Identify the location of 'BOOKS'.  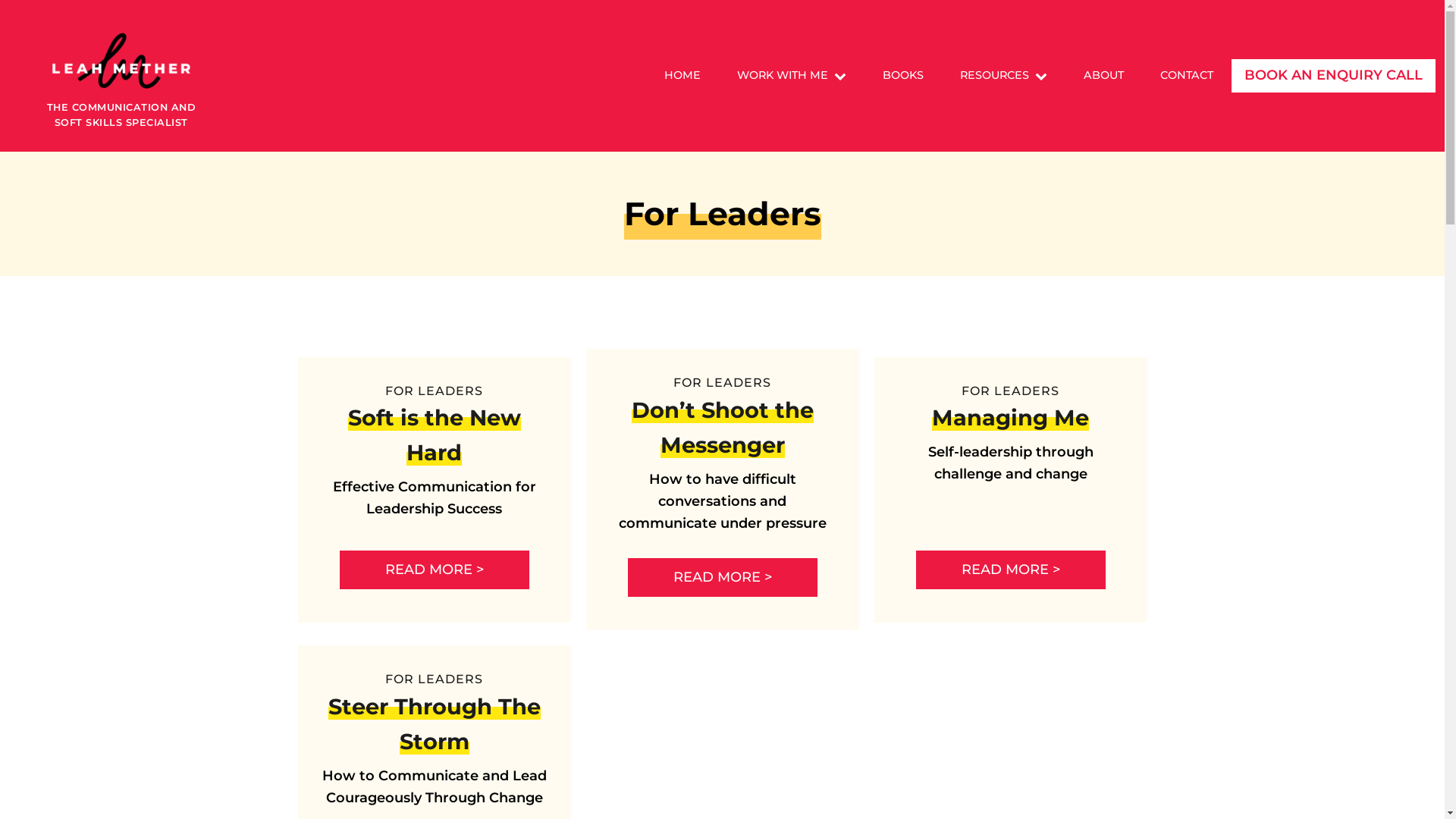
(902, 75).